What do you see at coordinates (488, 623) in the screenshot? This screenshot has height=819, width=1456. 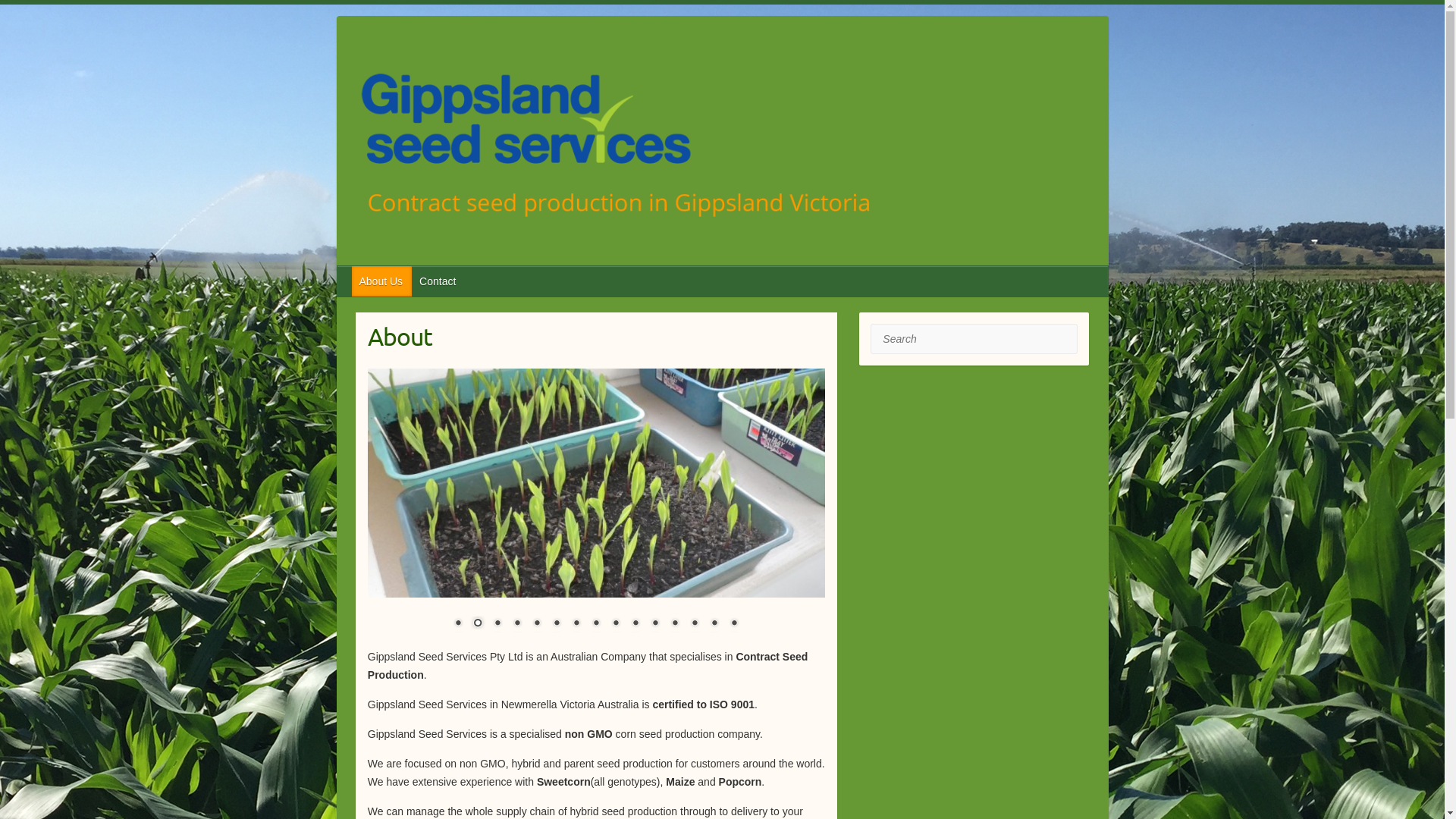 I see `'3'` at bounding box center [488, 623].